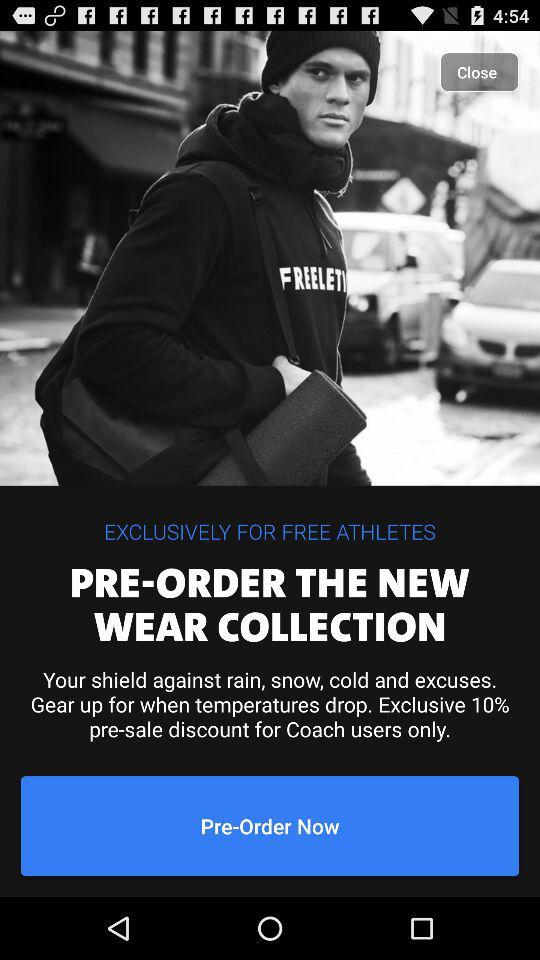 The width and height of the screenshot is (540, 960). What do you see at coordinates (270, 704) in the screenshot?
I see `icon below the pre order the` at bounding box center [270, 704].